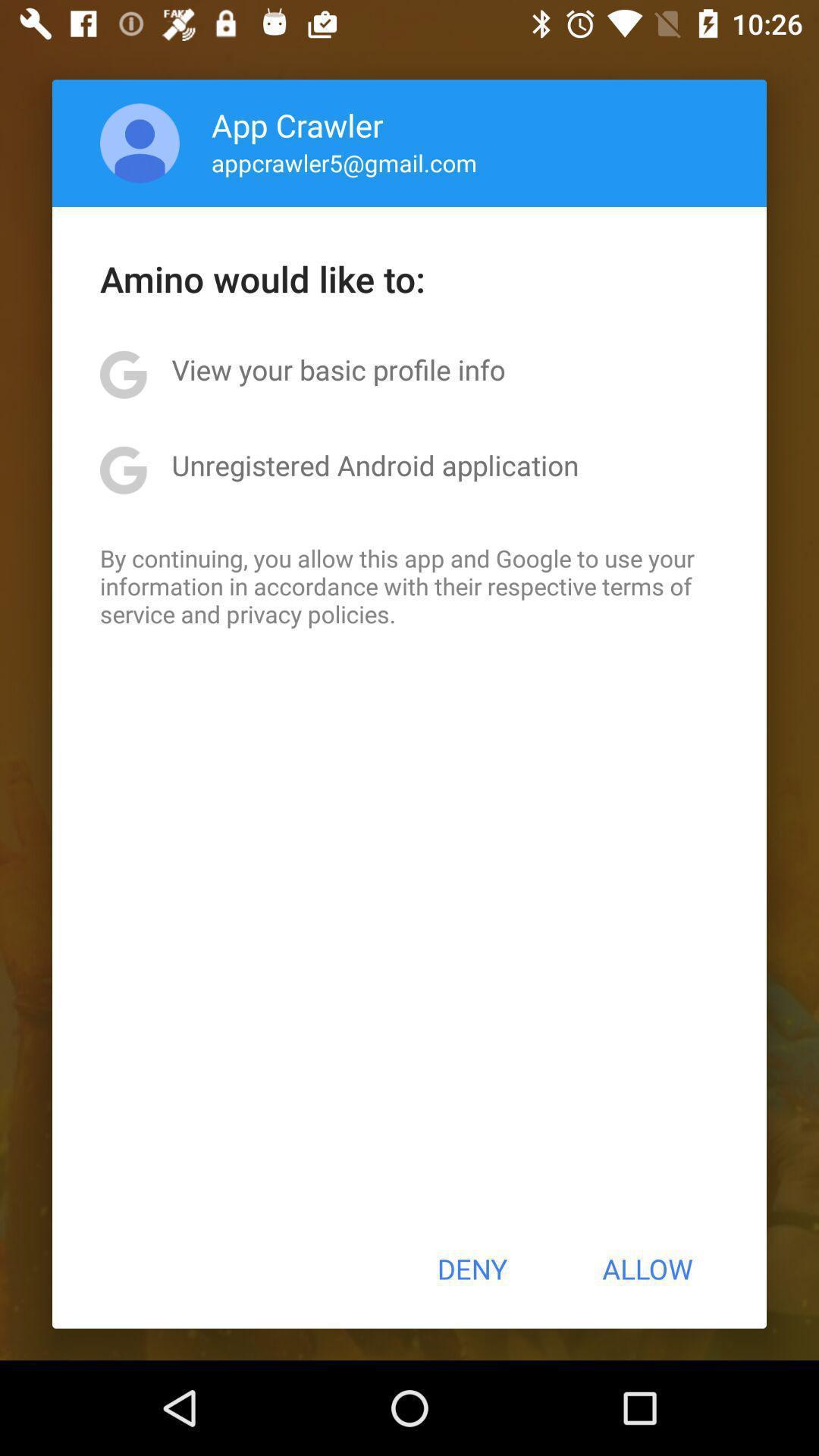 This screenshot has height=1456, width=819. What do you see at coordinates (375, 464) in the screenshot?
I see `the app below view your basic icon` at bounding box center [375, 464].